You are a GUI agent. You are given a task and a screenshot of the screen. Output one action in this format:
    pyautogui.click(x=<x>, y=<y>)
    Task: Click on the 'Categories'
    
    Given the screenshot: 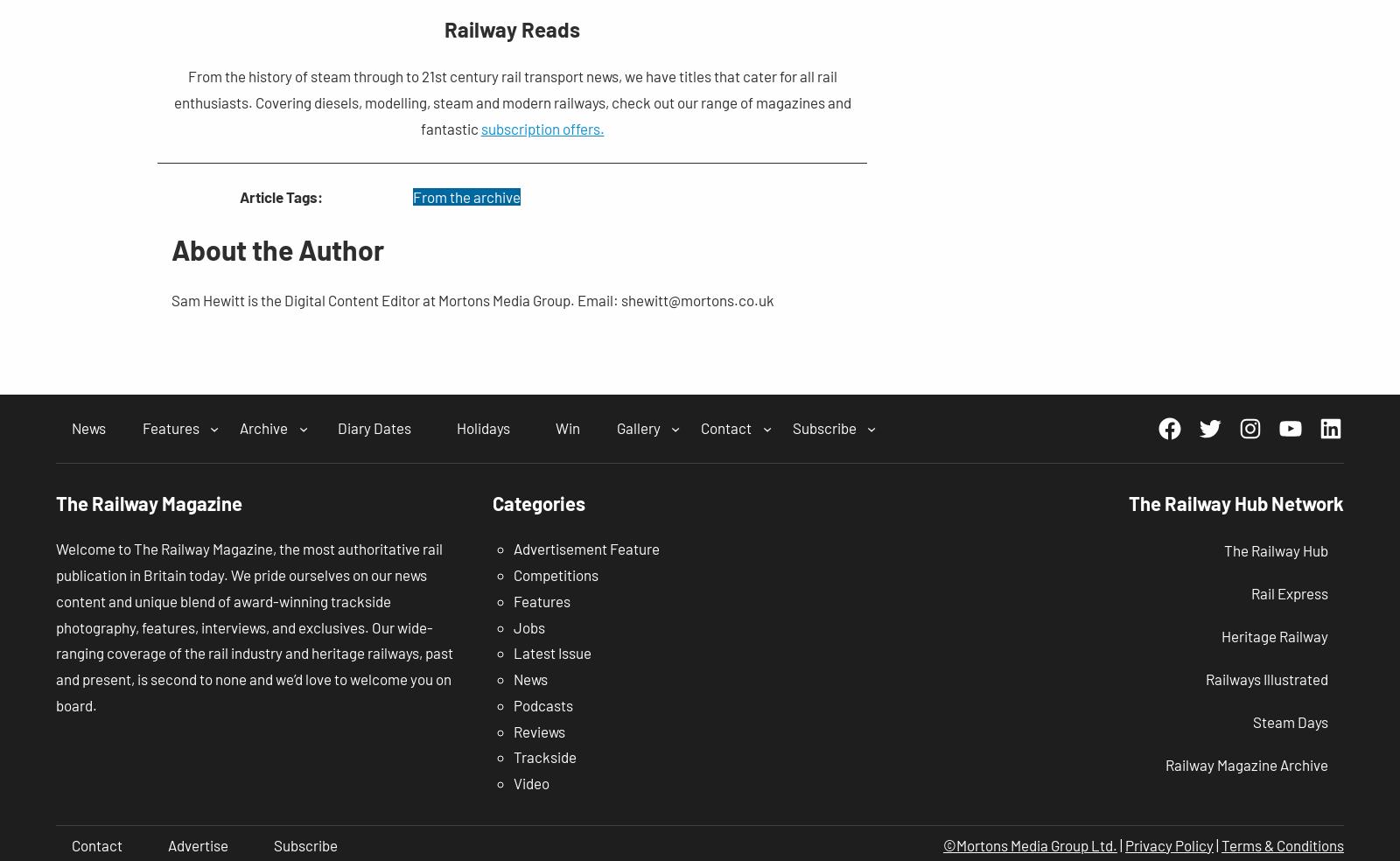 What is the action you would take?
    pyautogui.click(x=538, y=500)
    